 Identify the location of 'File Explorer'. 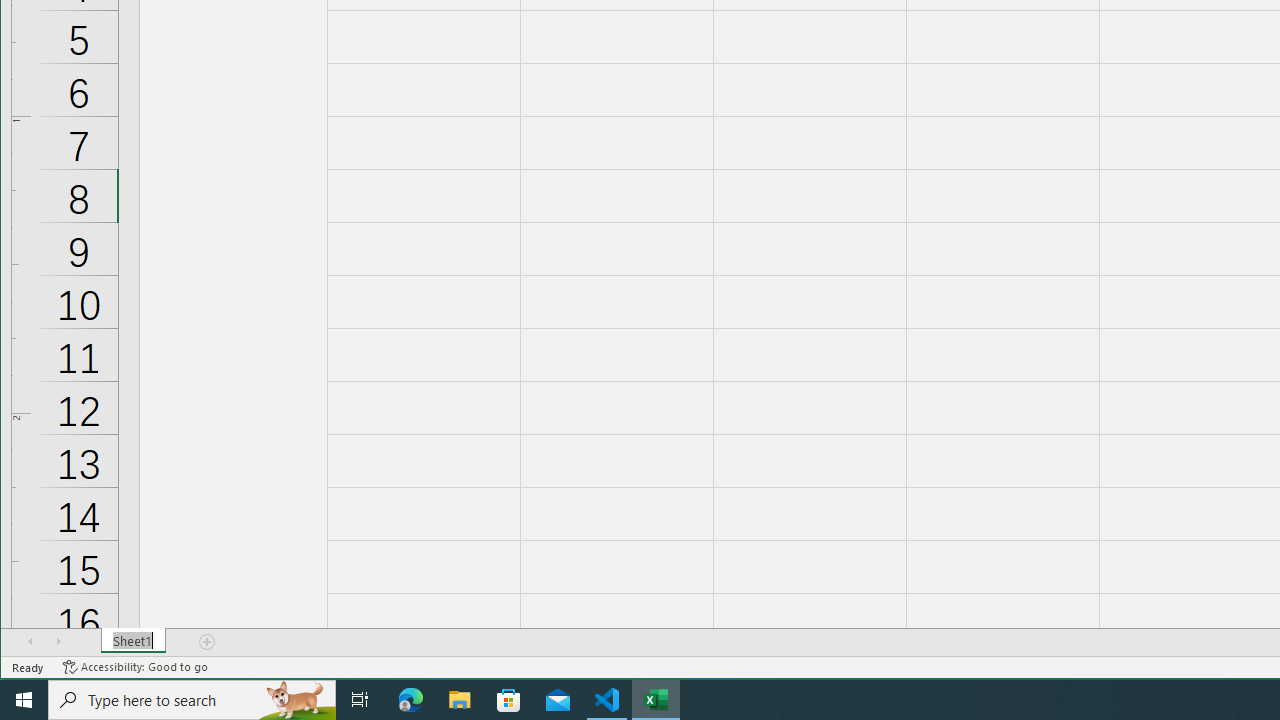
(459, 698).